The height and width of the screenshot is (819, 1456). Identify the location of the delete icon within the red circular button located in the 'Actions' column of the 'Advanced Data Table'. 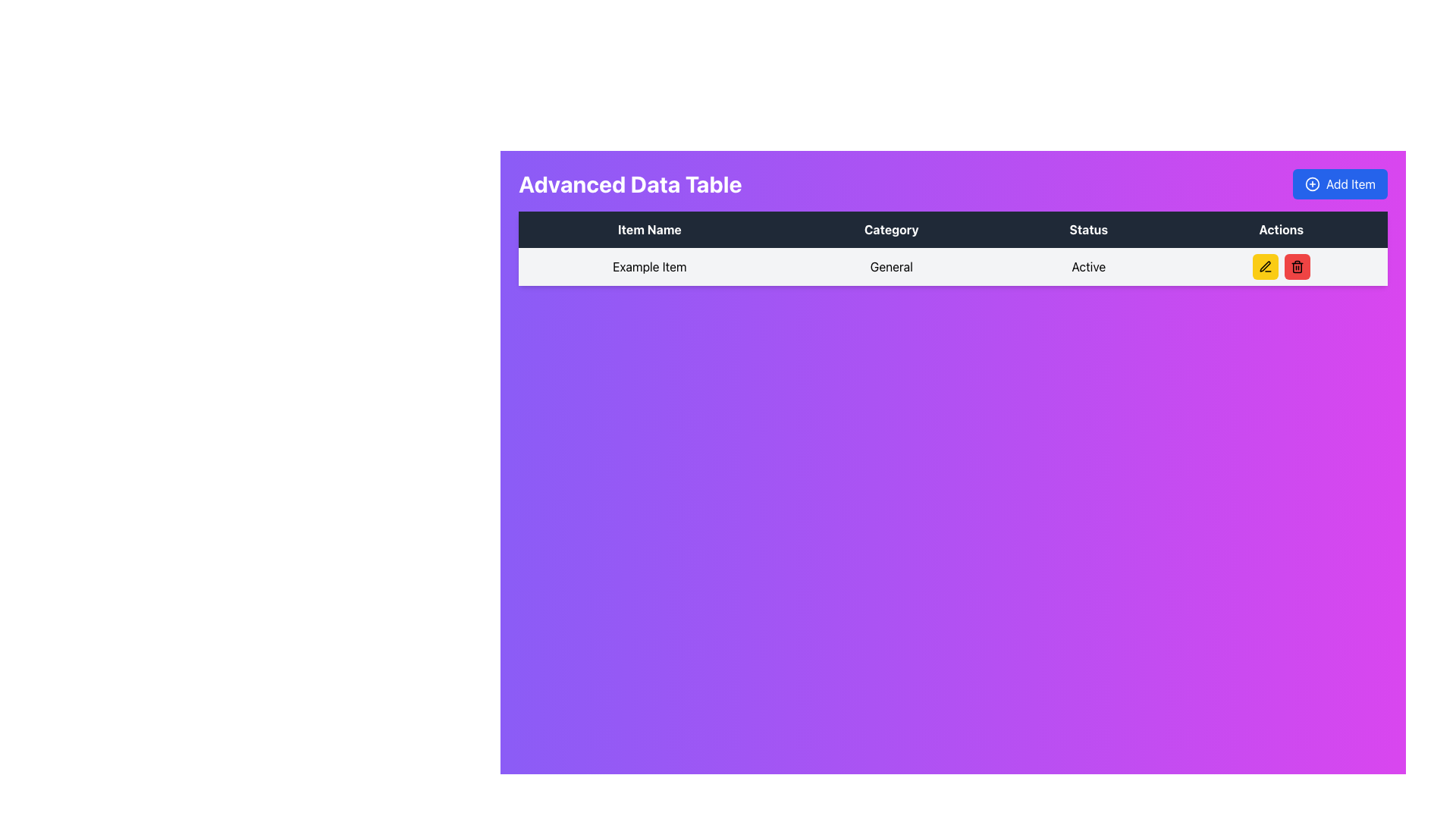
(1296, 265).